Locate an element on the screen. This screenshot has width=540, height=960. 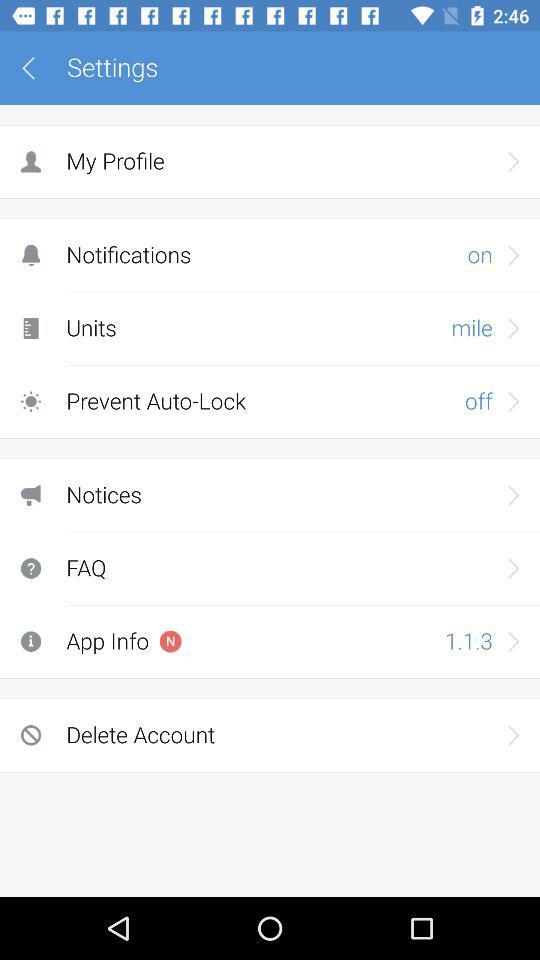
the arrow_backward icon is located at coordinates (35, 68).